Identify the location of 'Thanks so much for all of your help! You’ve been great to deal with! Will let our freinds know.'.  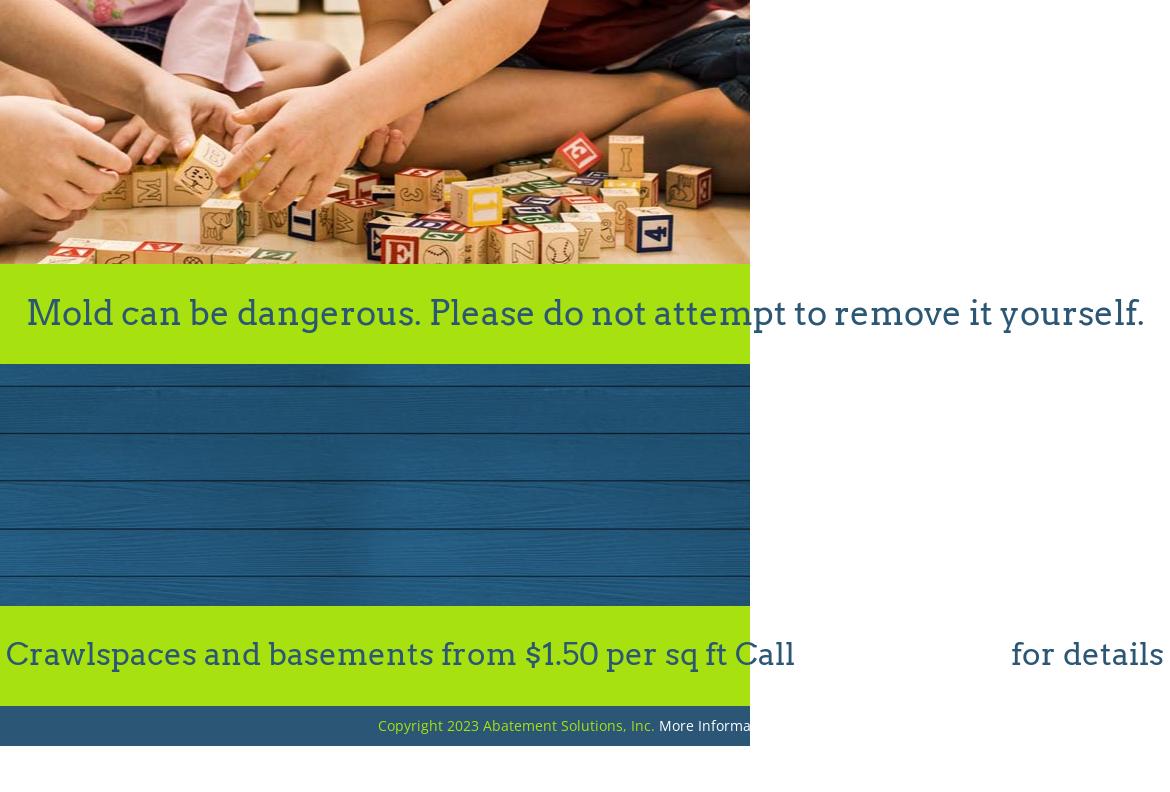
(578, 681).